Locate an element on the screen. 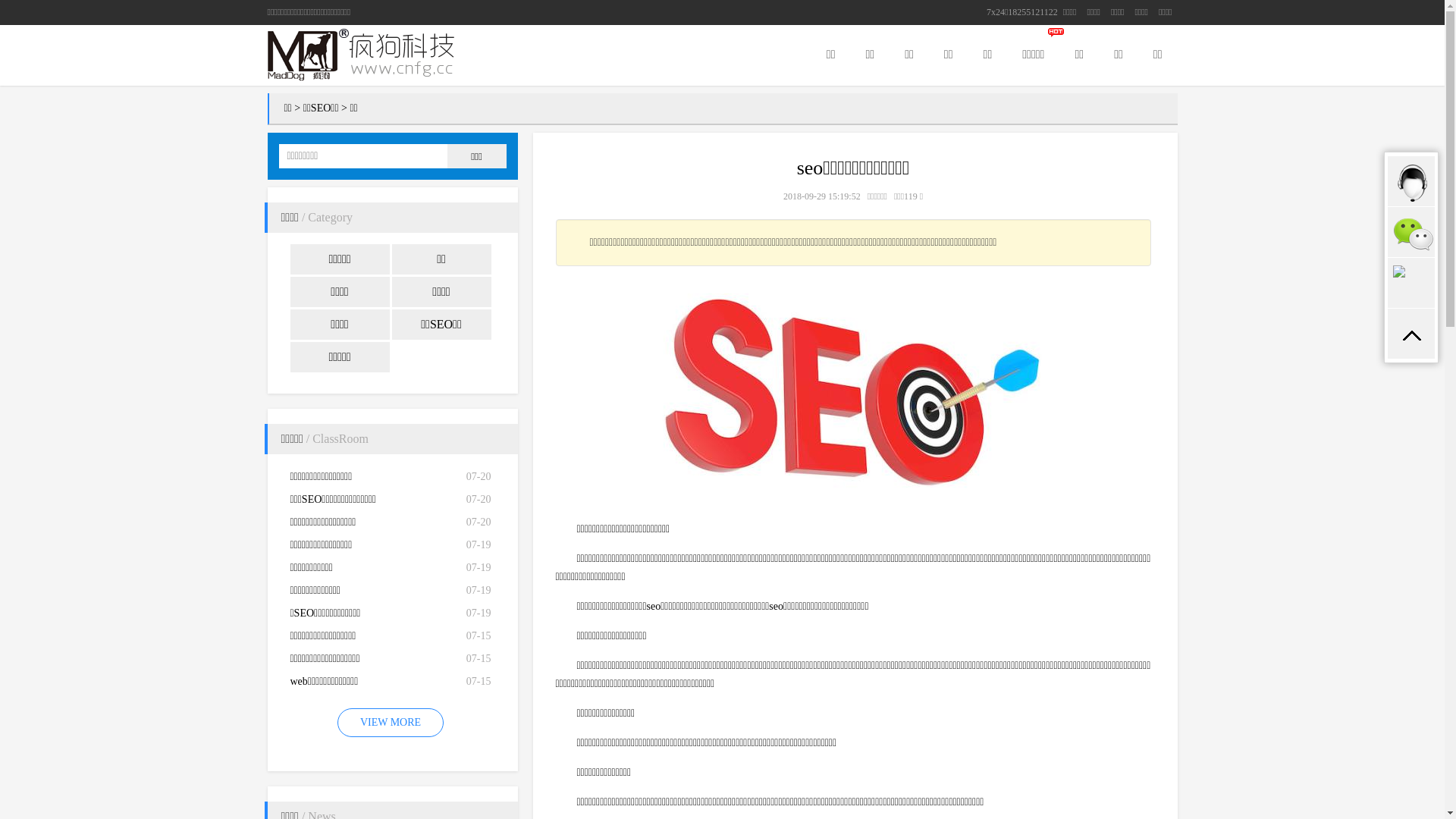 Image resolution: width=1456 pixels, height=819 pixels. 'VIEW MORE' is located at coordinates (390, 721).